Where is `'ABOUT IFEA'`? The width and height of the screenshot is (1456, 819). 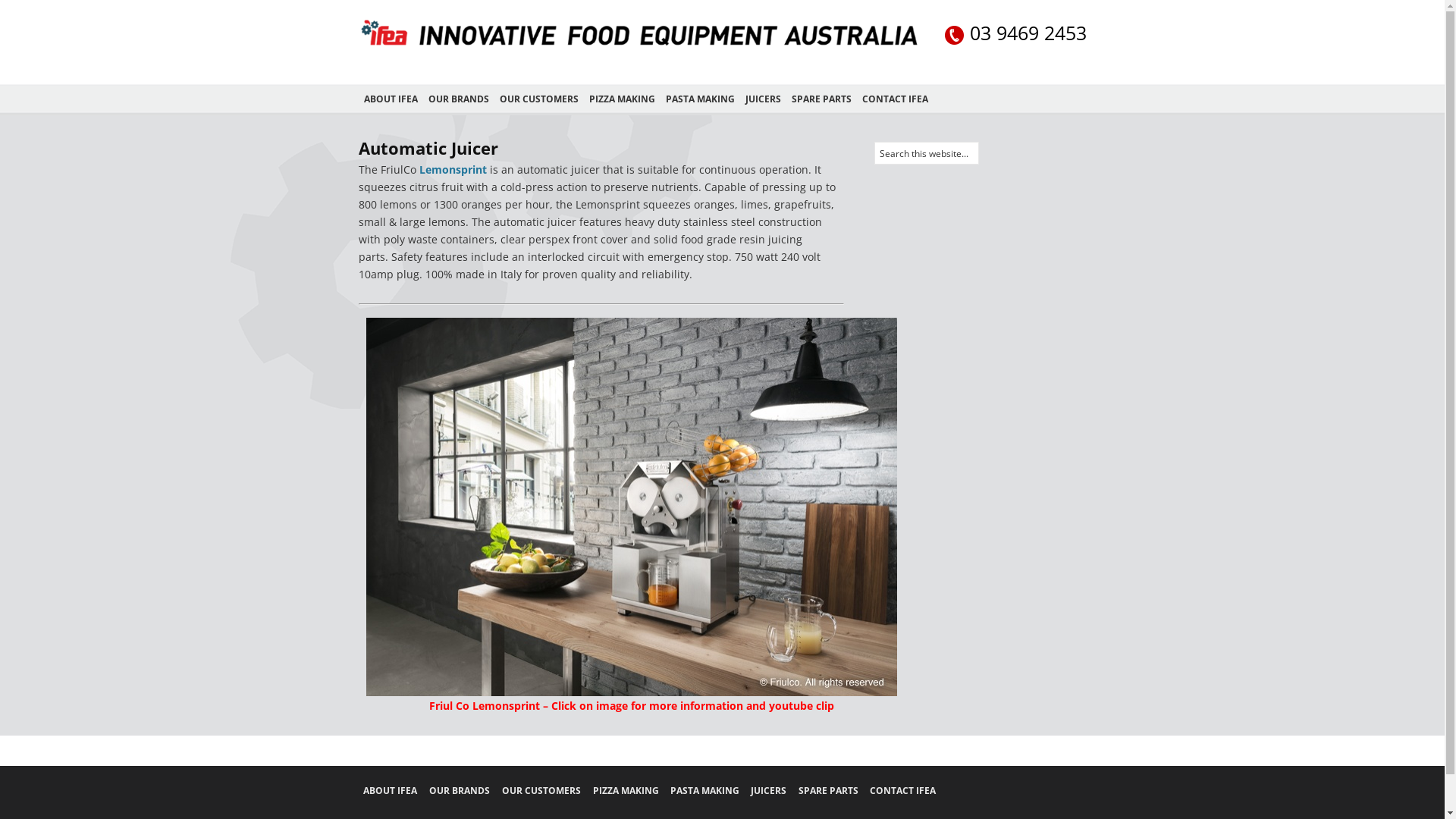
'ABOUT IFEA' is located at coordinates (362, 789).